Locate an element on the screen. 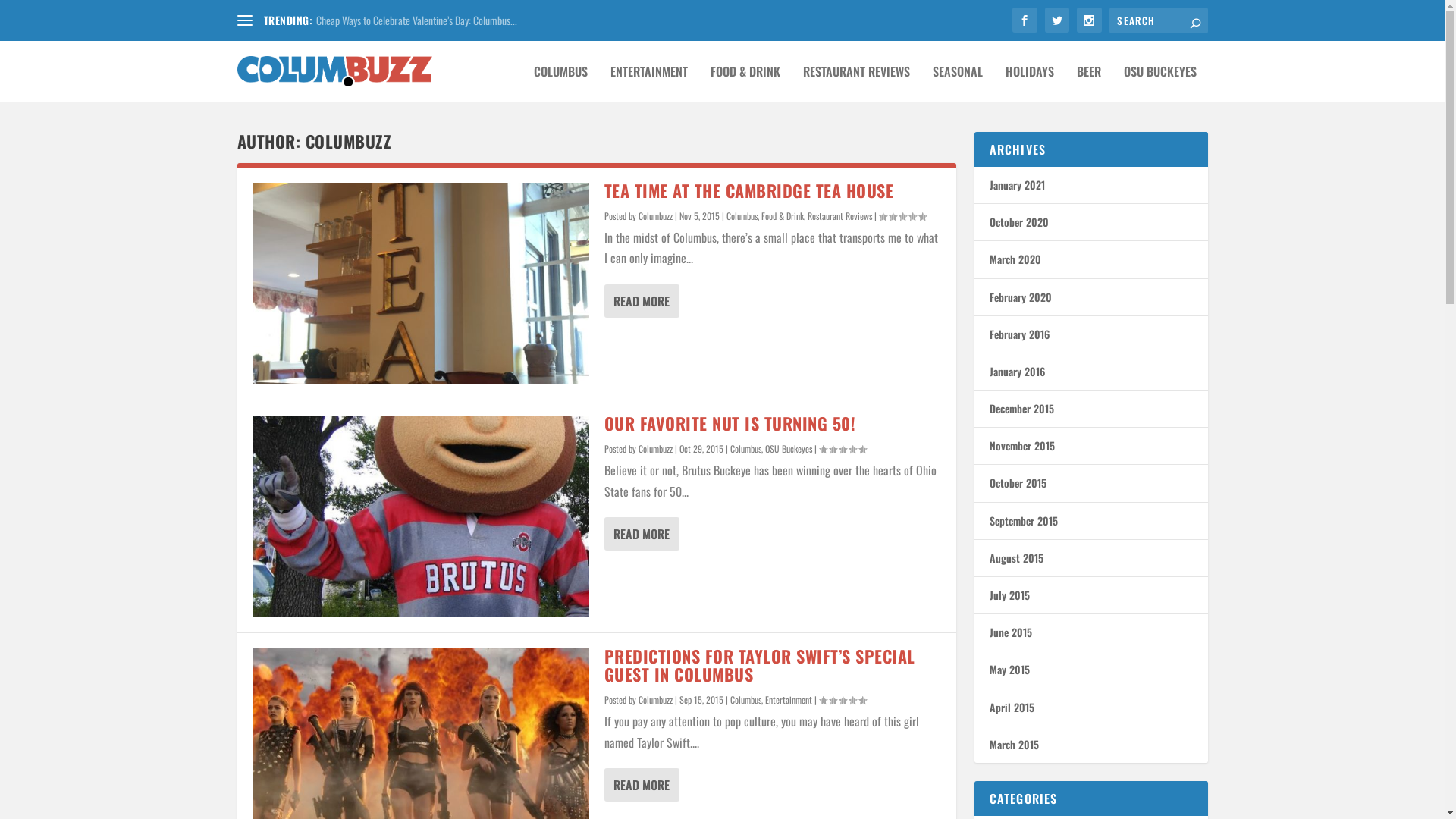 This screenshot has width=1456, height=819. 'October 2015' is located at coordinates (1017, 482).